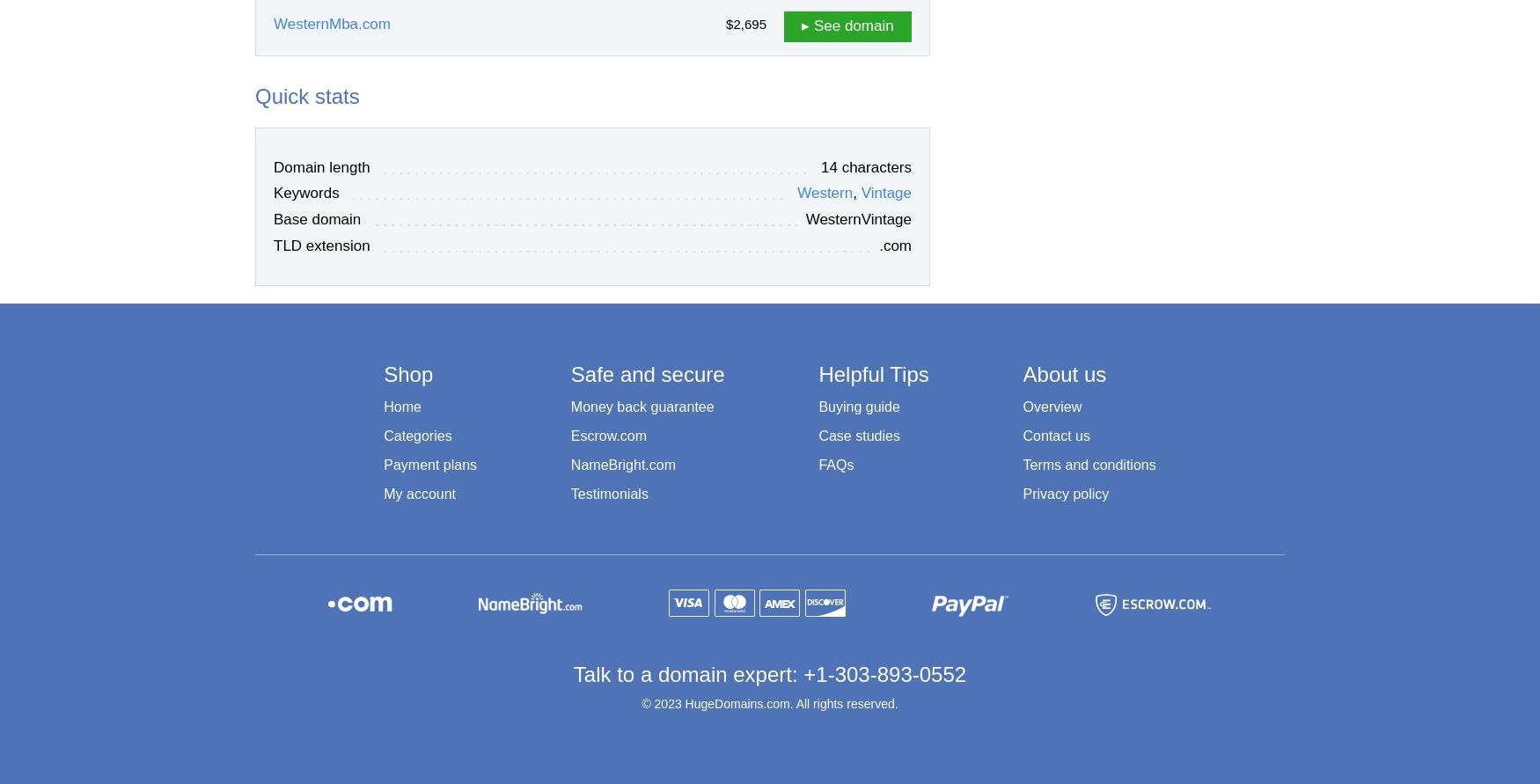 The image size is (1540, 784). I want to click on 'TLD extension', so click(272, 244).